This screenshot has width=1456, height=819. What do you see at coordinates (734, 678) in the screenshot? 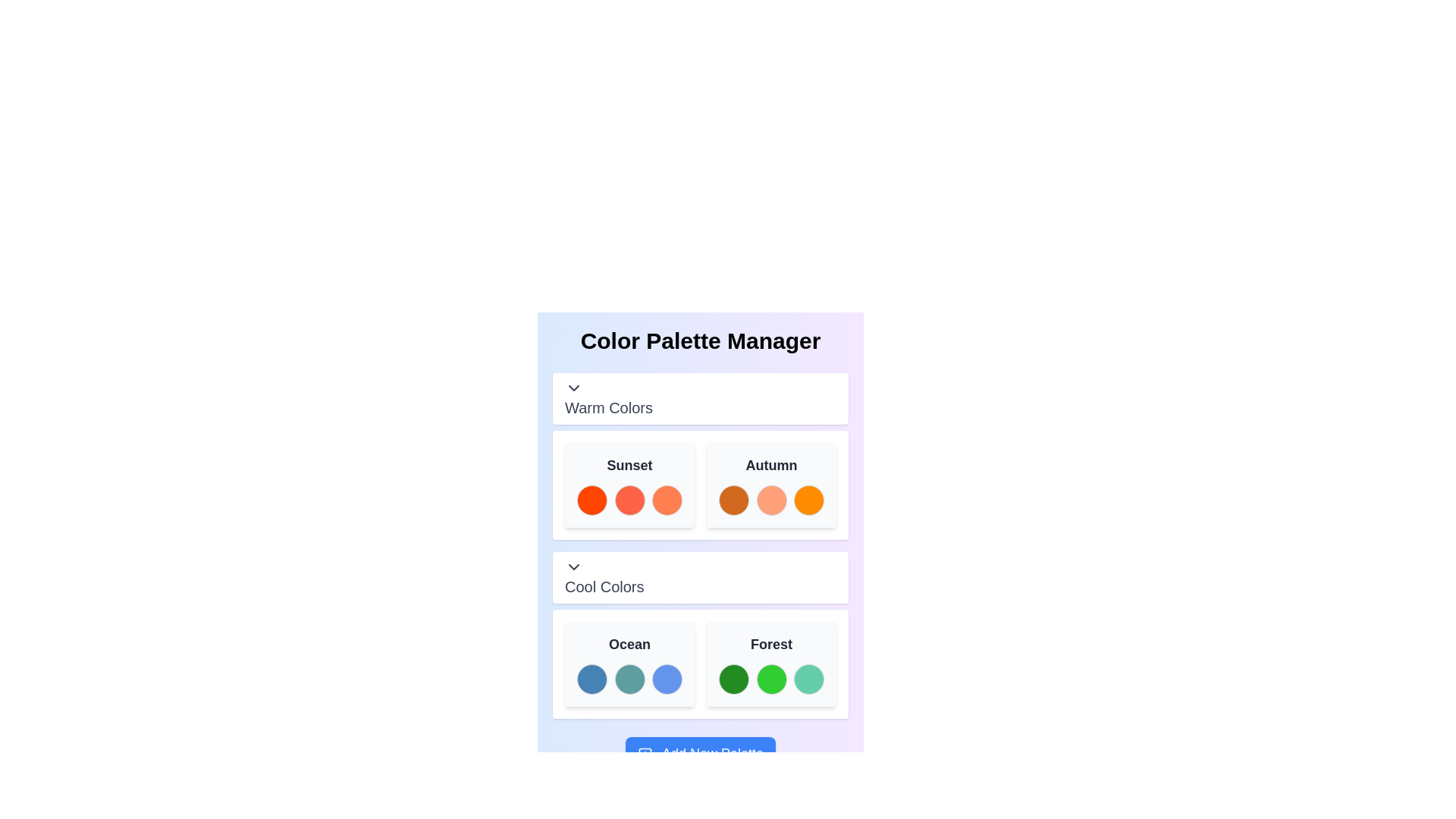
I see `the first color swatch representing a green tone in the 'Forest' palette category located in the lower section labeled 'Cool Colors'` at bounding box center [734, 678].